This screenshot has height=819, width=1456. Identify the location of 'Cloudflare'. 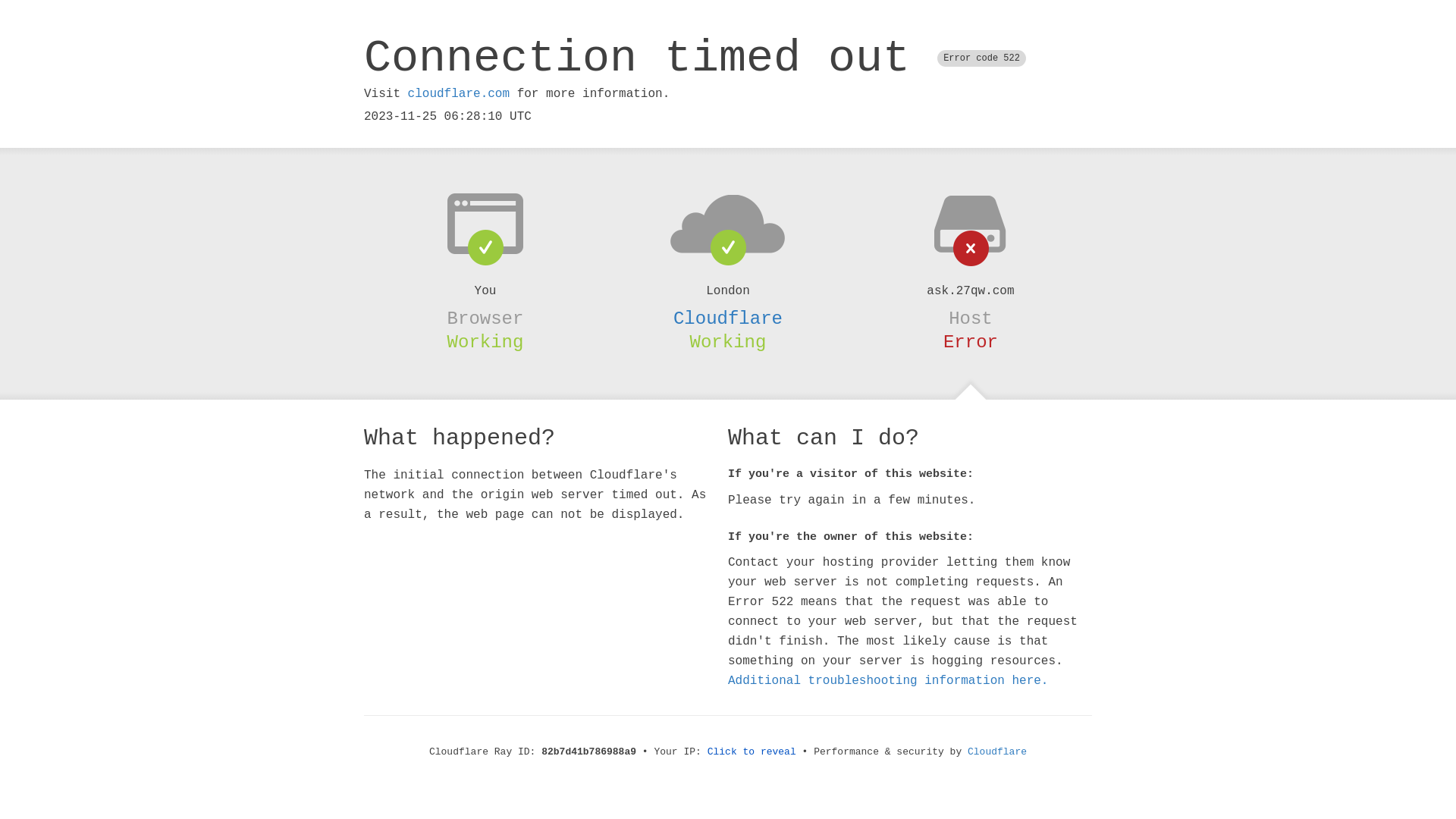
(728, 318).